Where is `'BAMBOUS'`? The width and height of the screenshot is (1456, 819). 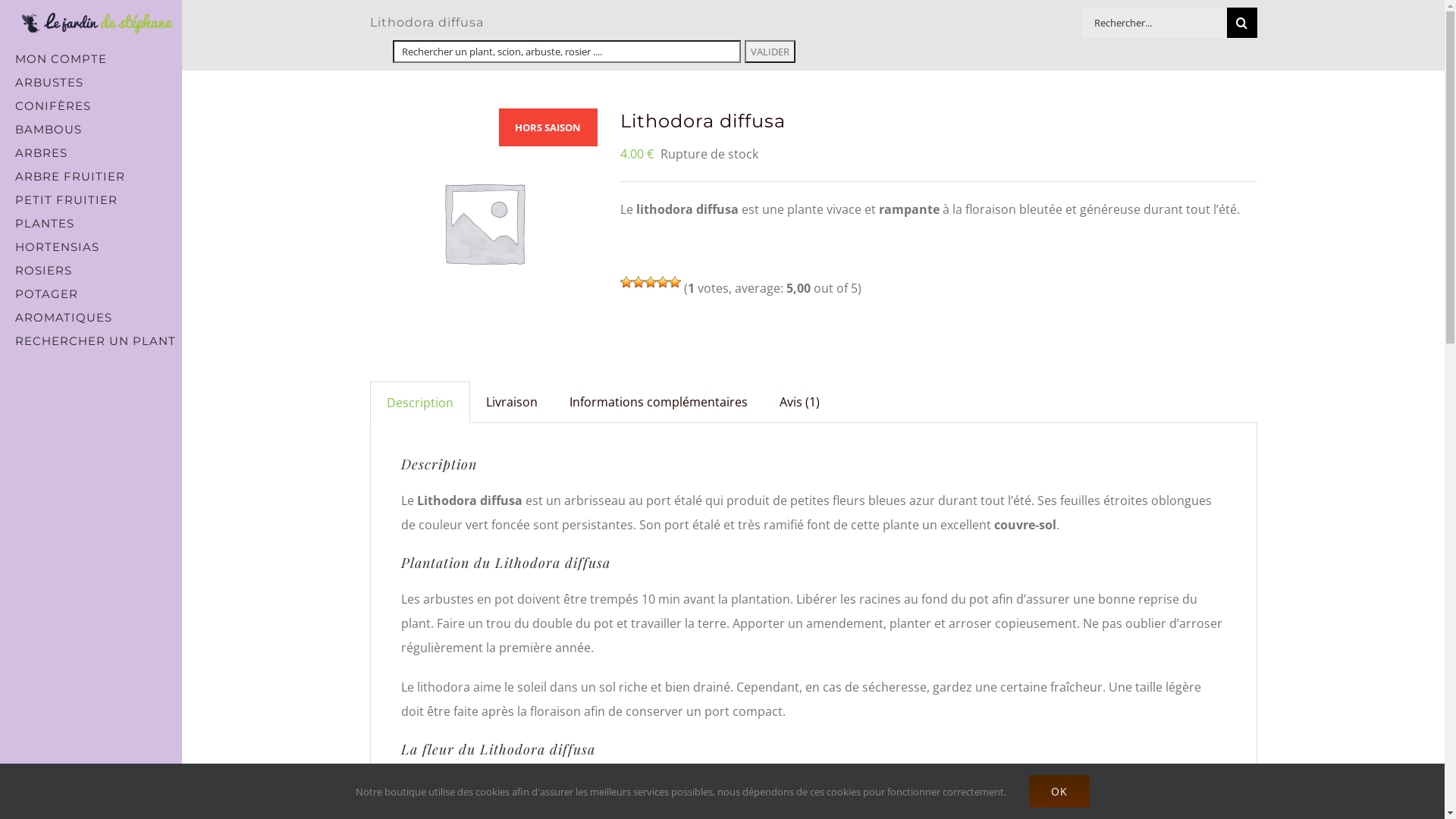 'BAMBOUS' is located at coordinates (89, 128).